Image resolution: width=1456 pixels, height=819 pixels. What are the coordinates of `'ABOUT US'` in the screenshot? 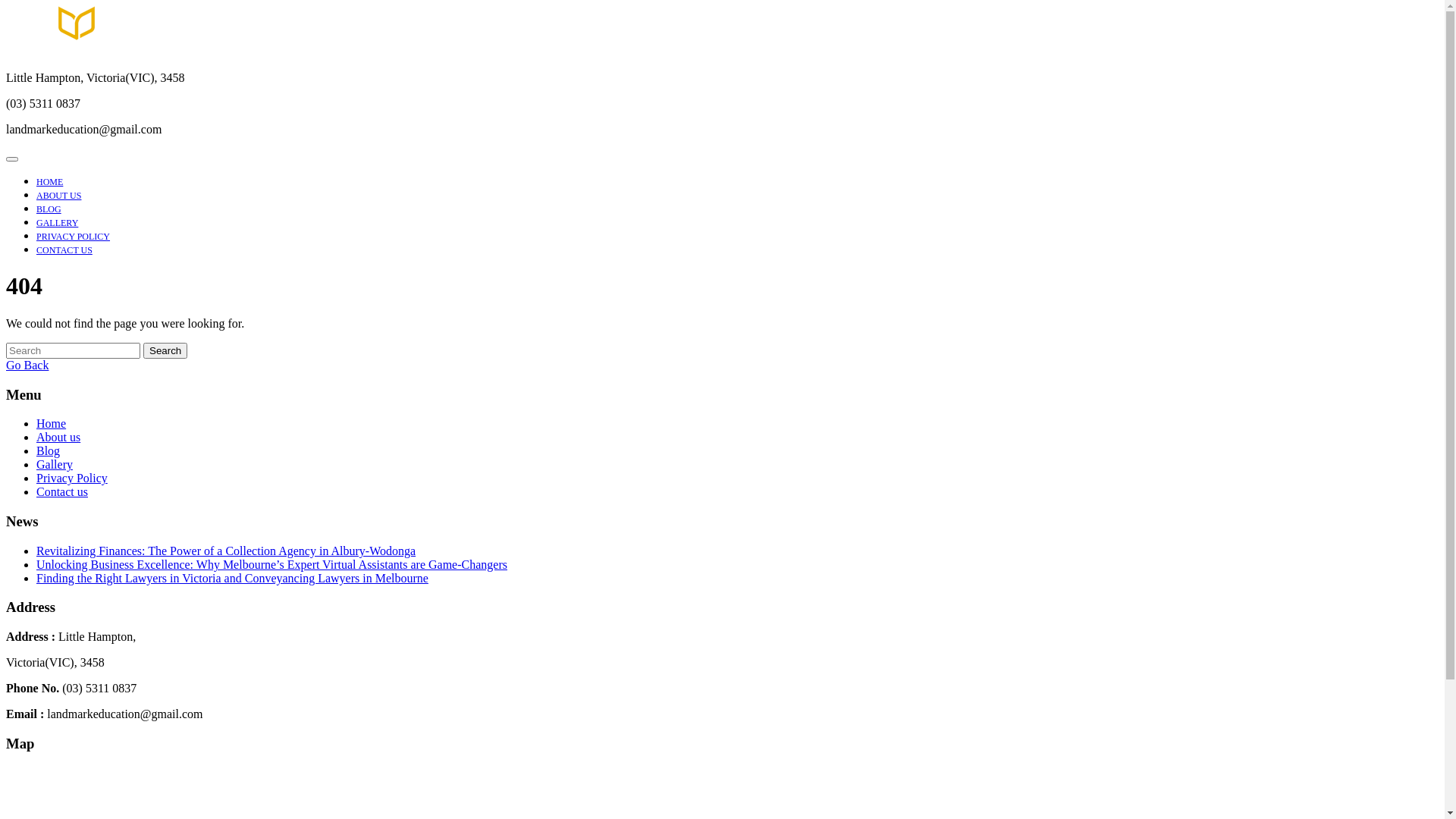 It's located at (58, 195).